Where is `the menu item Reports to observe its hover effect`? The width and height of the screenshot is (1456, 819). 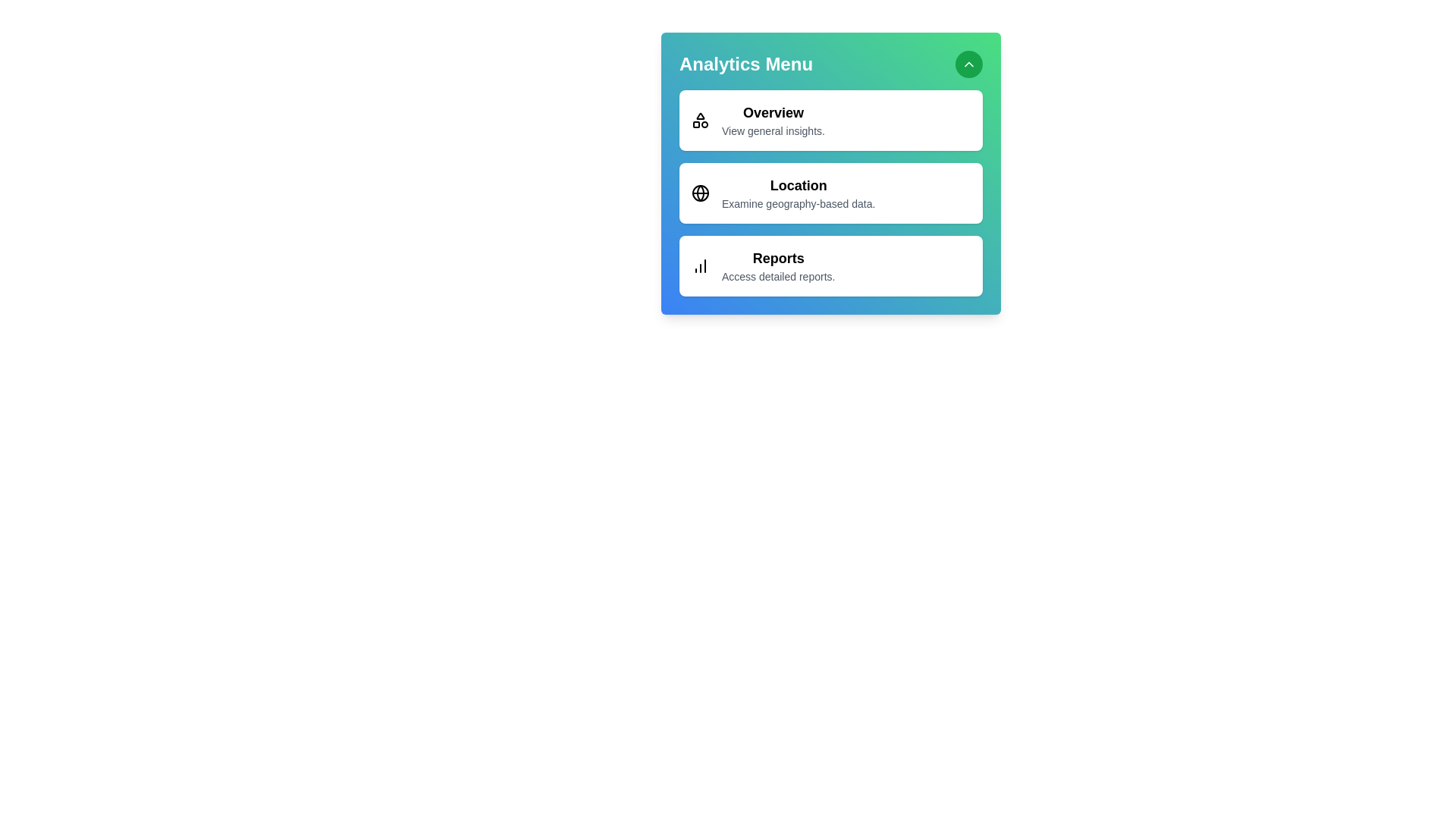
the menu item Reports to observe its hover effect is located at coordinates (830, 265).